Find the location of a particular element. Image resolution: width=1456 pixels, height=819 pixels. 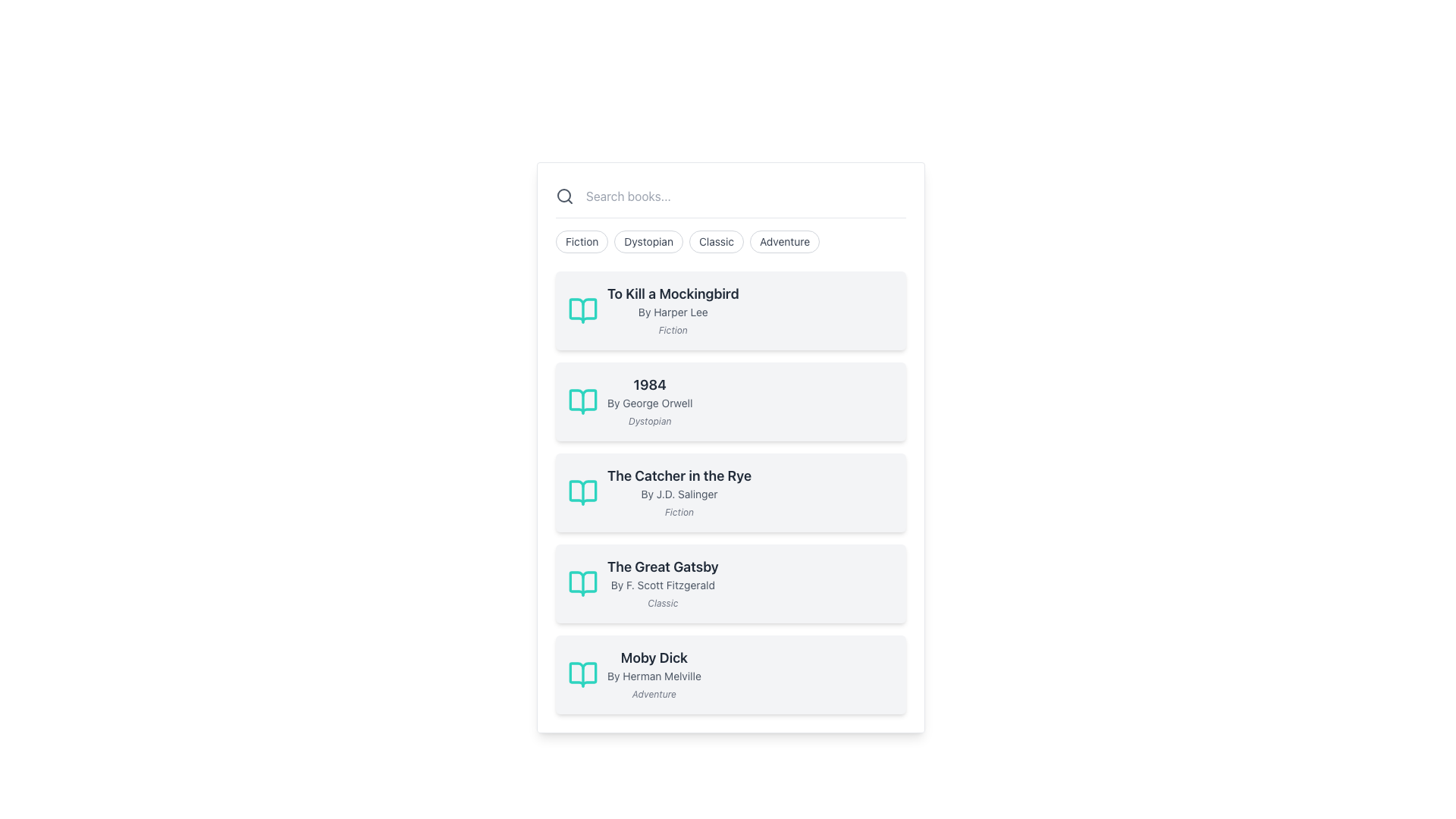

the first button in the horizontal arrangement, which serves as a filter for the 'Fiction' category is located at coordinates (581, 241).